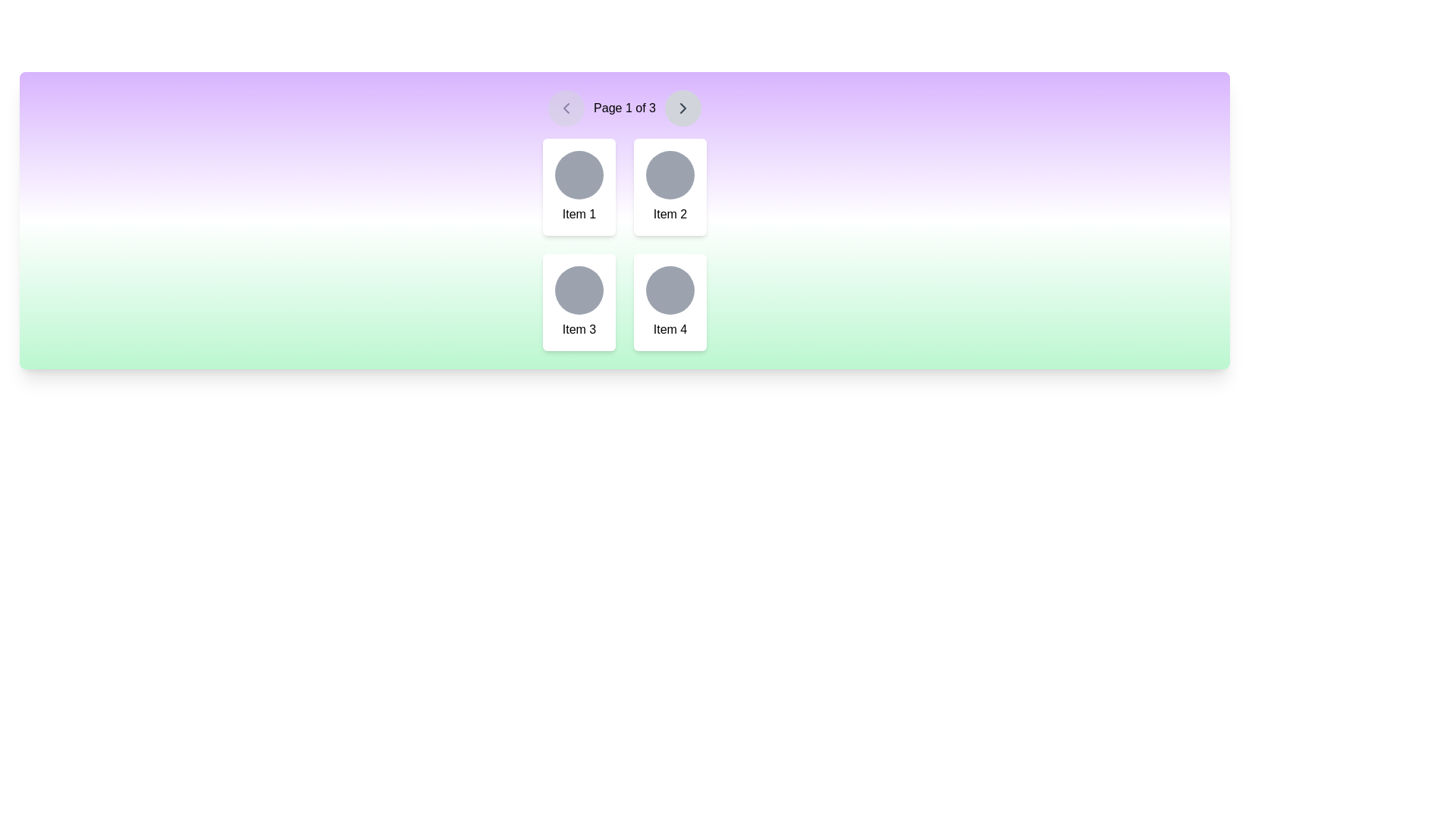  Describe the element at coordinates (566, 107) in the screenshot. I see `the Chevron left icon located in the navigation section` at that location.